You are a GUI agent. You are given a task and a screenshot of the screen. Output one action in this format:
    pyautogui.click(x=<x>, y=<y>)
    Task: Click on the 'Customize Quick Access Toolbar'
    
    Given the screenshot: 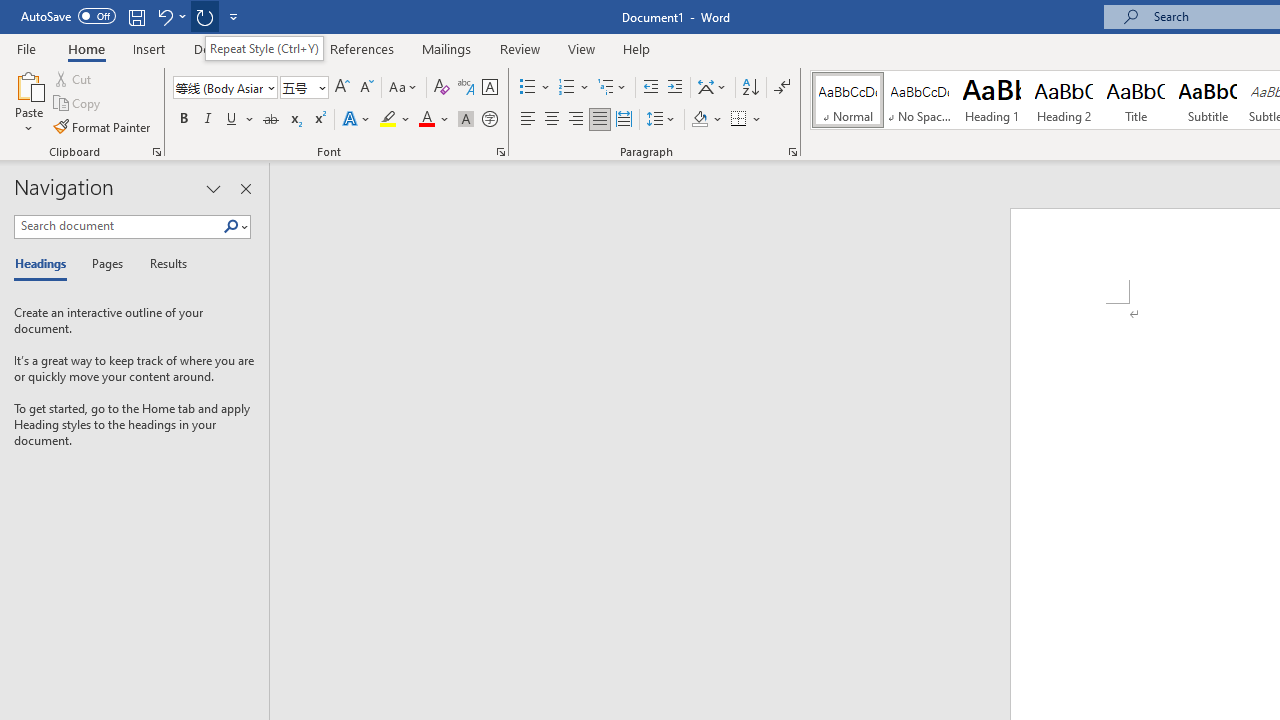 What is the action you would take?
    pyautogui.click(x=234, y=16)
    